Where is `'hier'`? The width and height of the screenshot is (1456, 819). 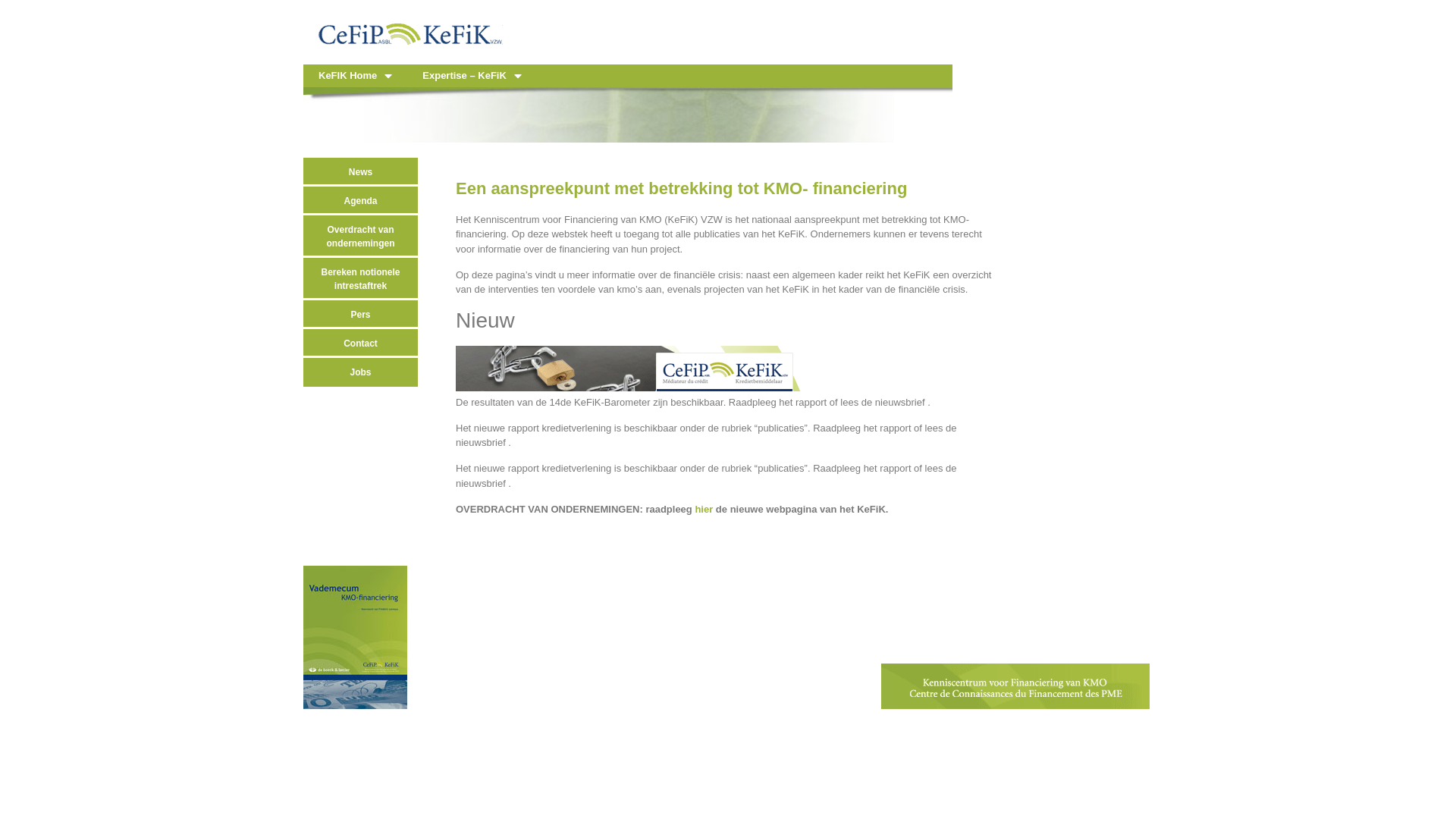 'hier' is located at coordinates (702, 509).